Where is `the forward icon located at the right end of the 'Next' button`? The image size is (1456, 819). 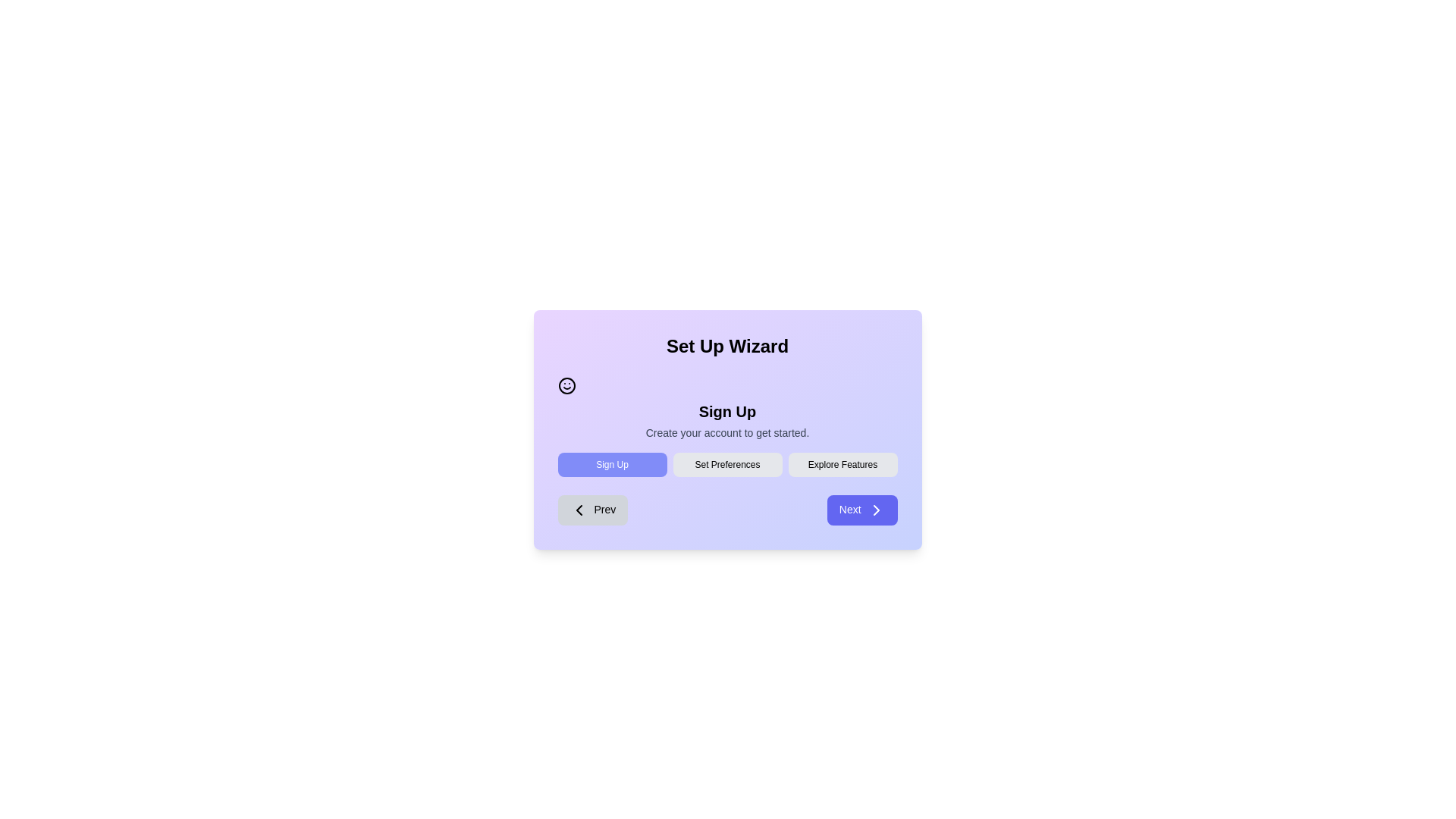
the forward icon located at the right end of the 'Next' button is located at coordinates (876, 510).